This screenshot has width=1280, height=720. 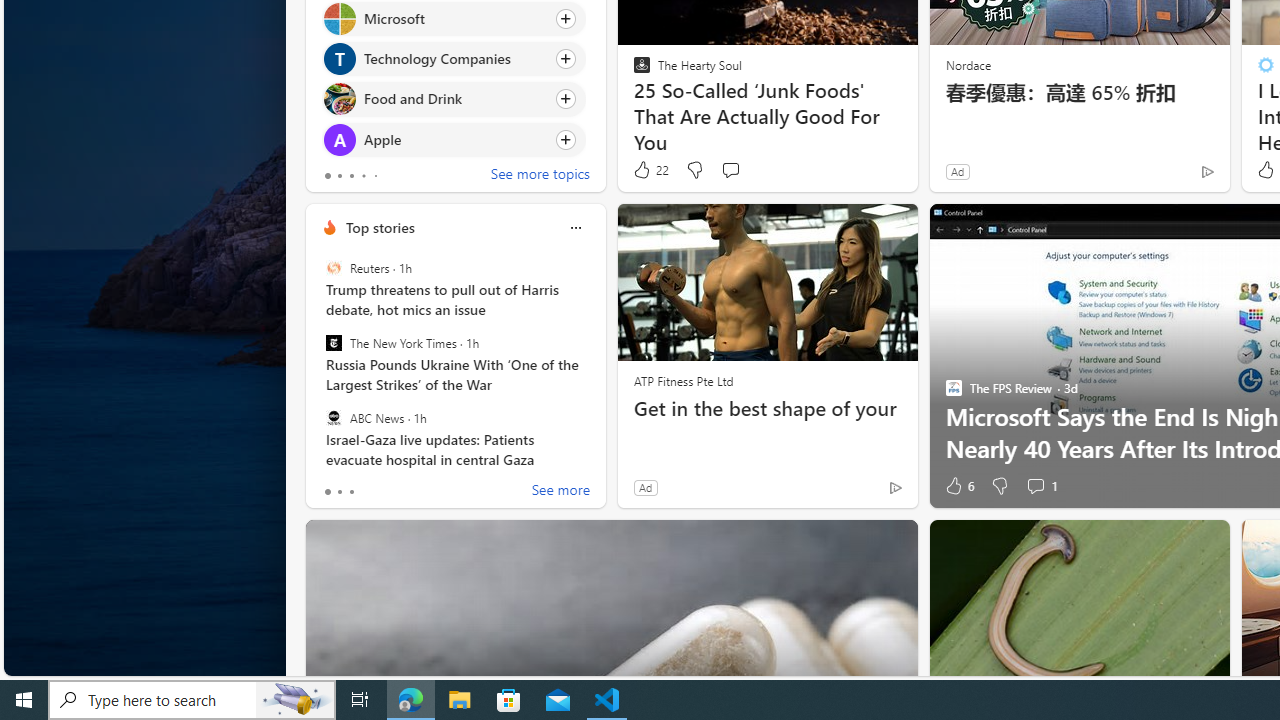 I want to click on 'See more topics', so click(x=540, y=175).